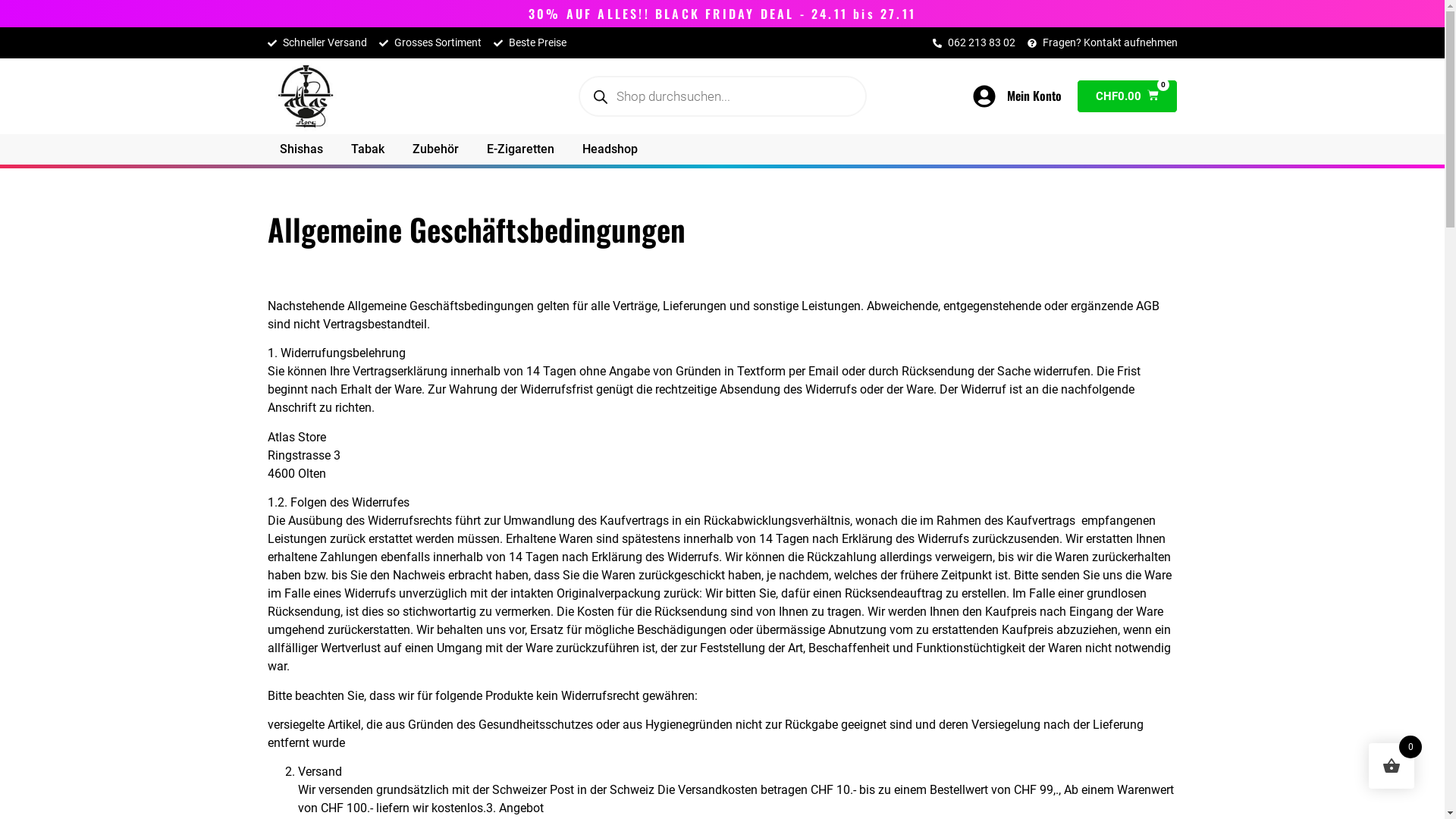  Describe the element at coordinates (1033, 96) in the screenshot. I see `'Mein Konto'` at that location.